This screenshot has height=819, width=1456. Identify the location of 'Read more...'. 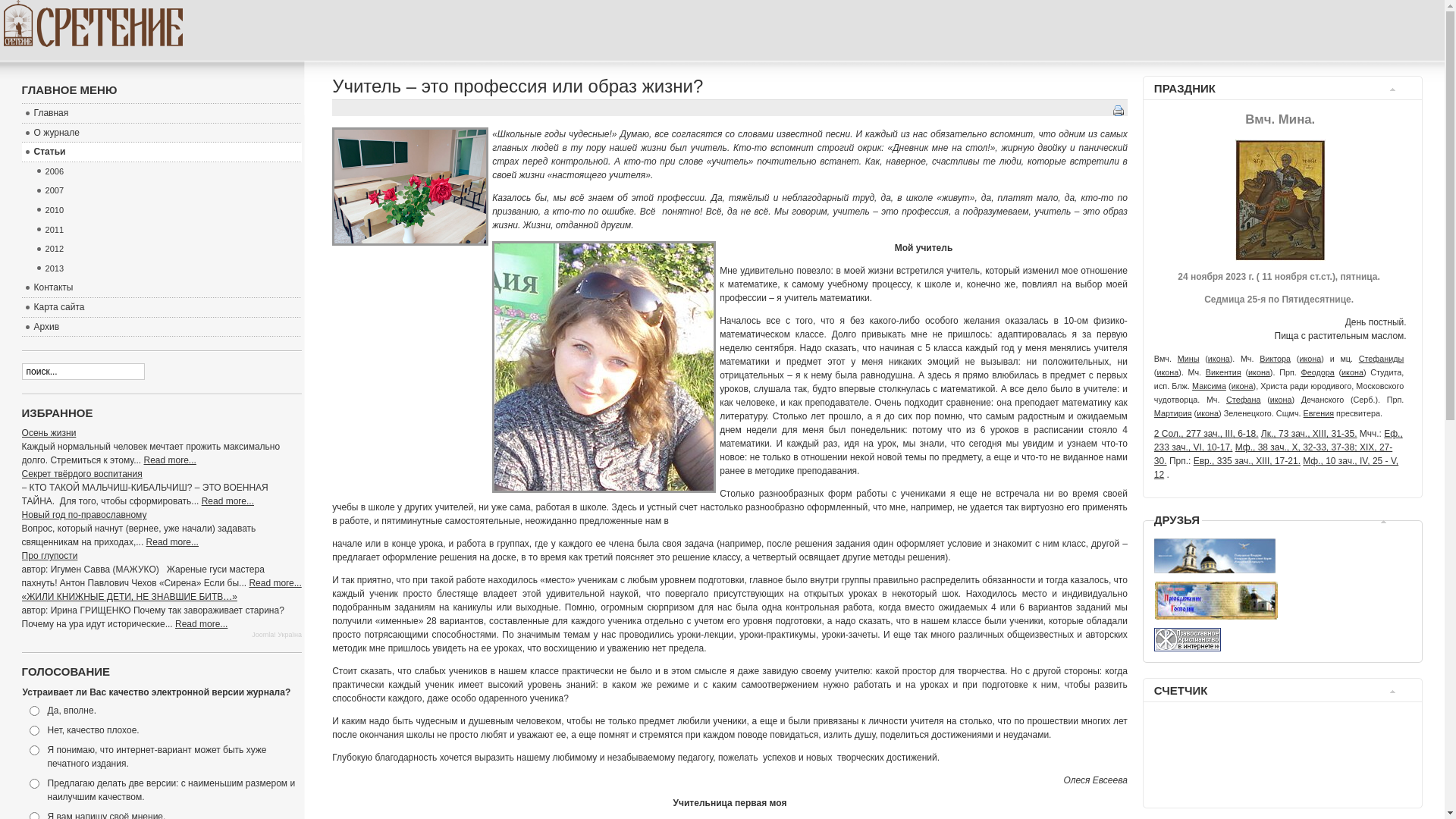
(172, 541).